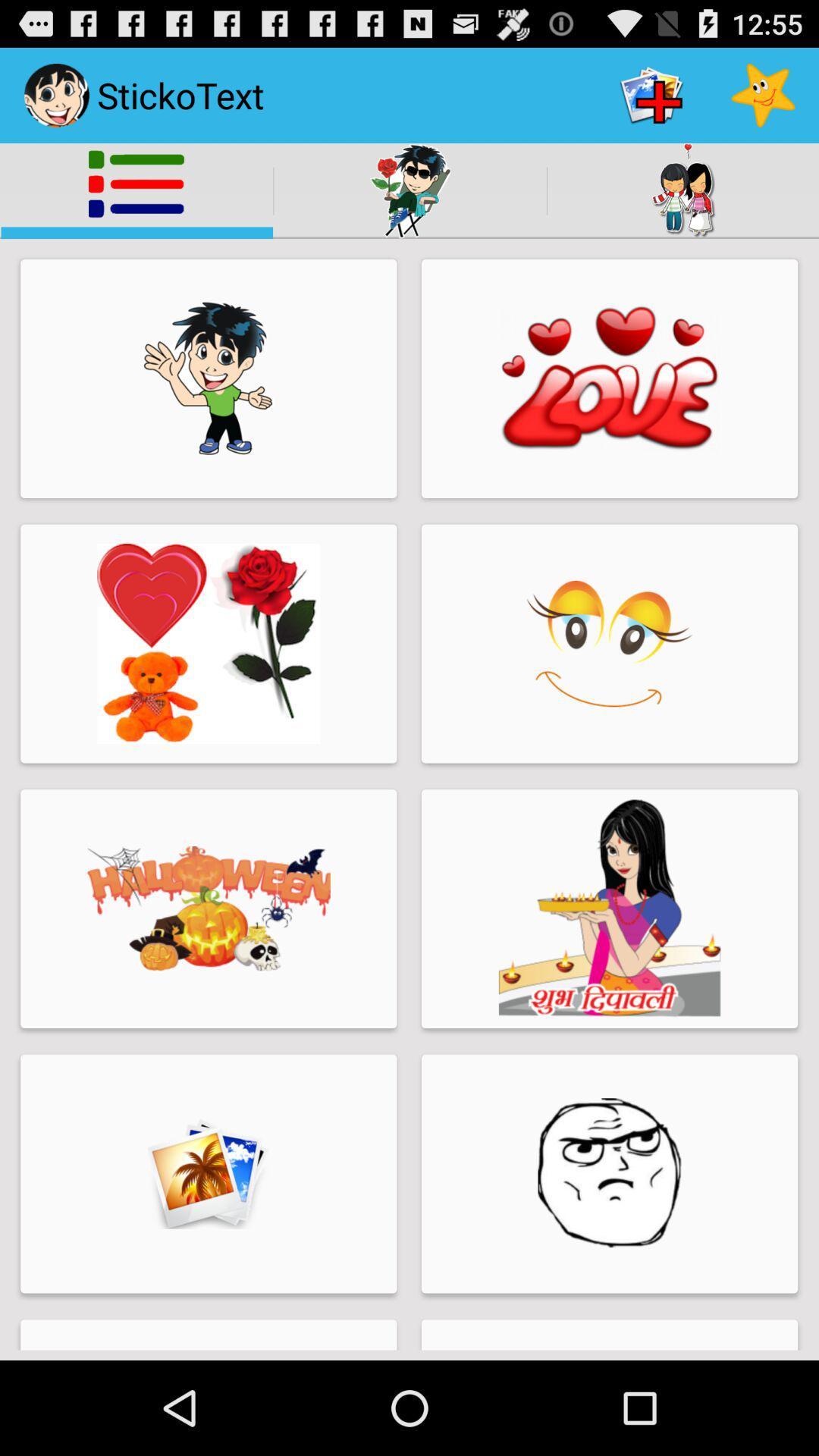  What do you see at coordinates (608, 644) in the screenshot?
I see `the image below the heart image` at bounding box center [608, 644].